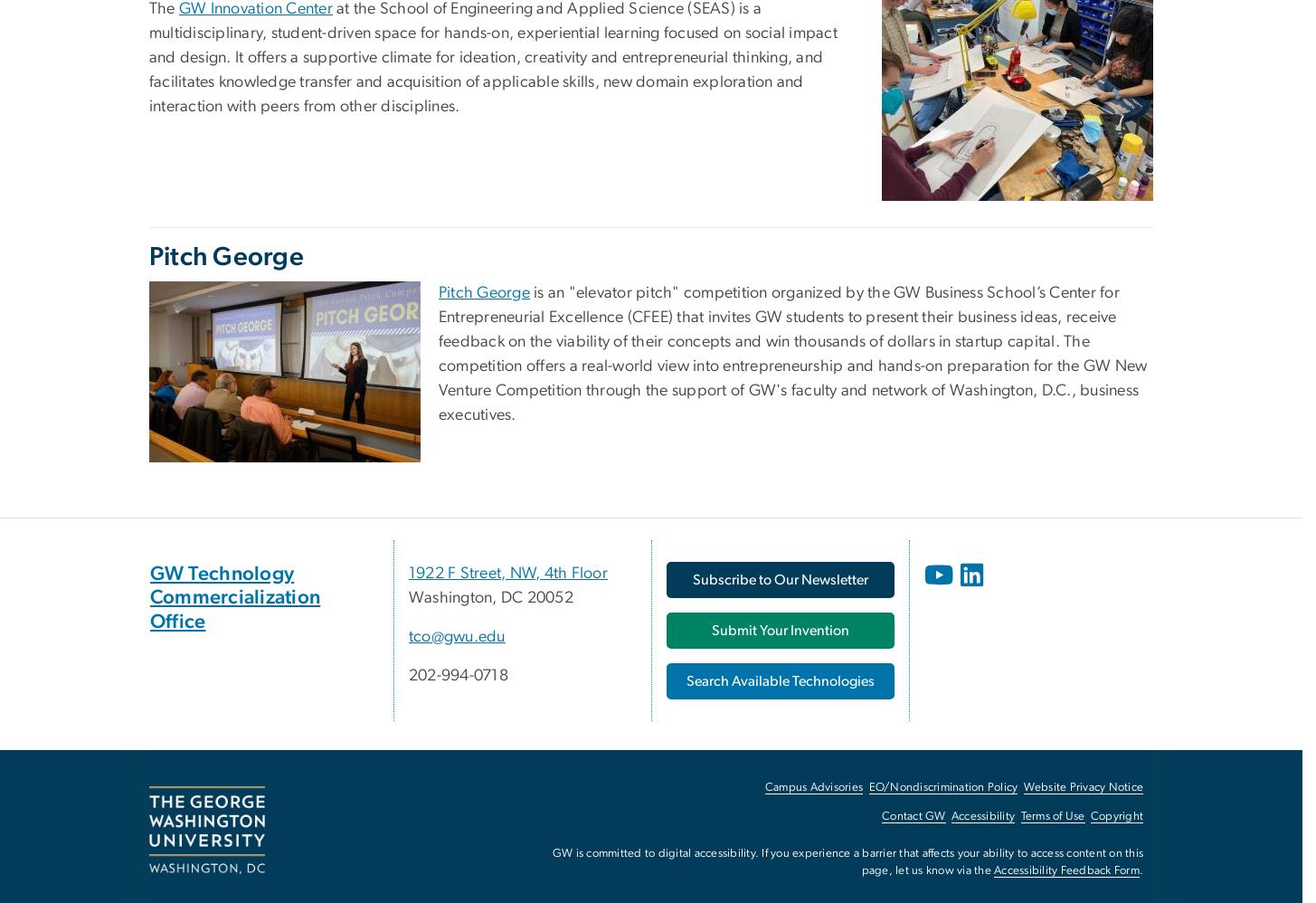 The image size is (1316, 903). Describe the element at coordinates (1138, 870) in the screenshot. I see `'.'` at that location.